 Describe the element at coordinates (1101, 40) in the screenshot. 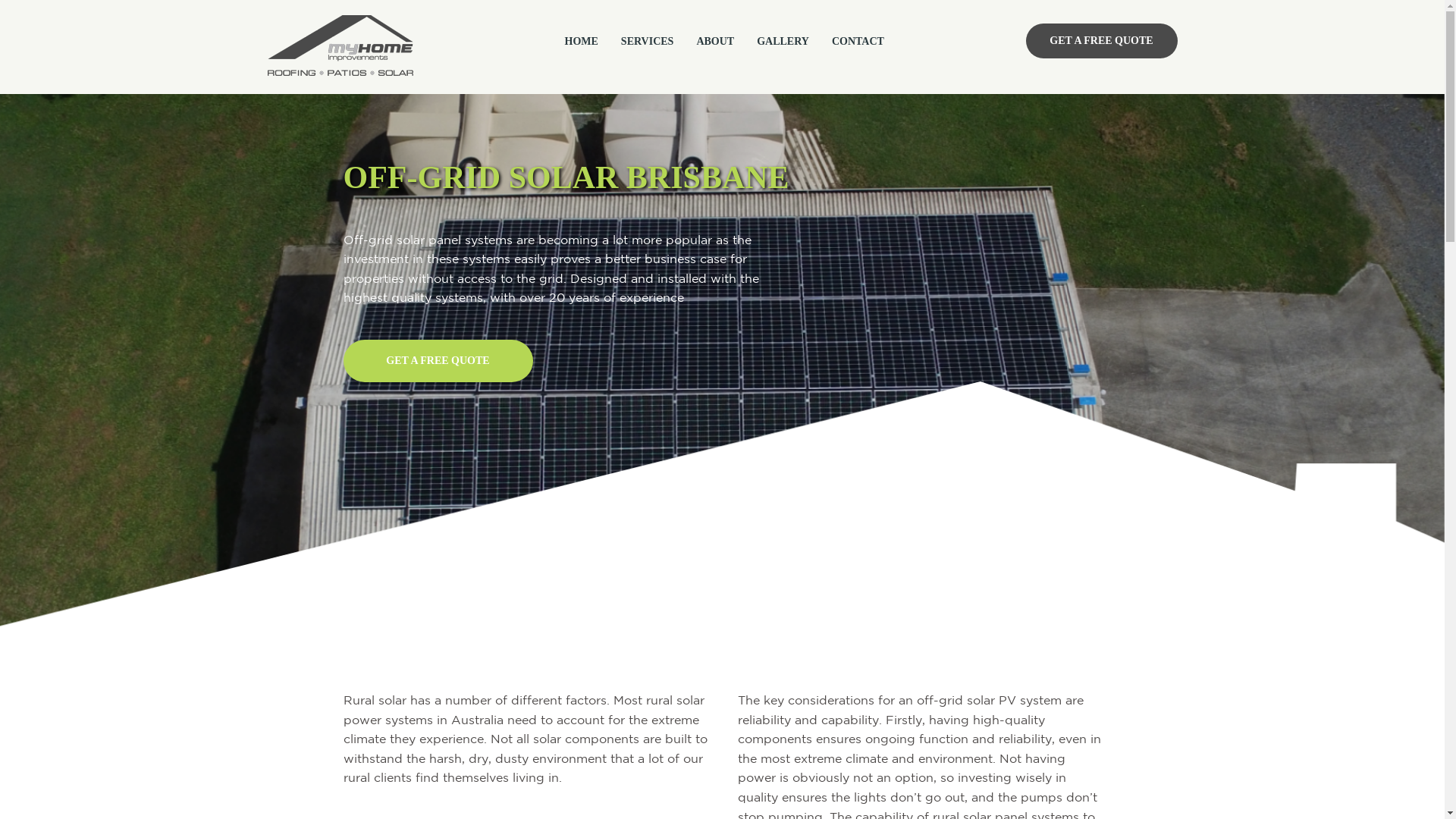

I see `'GET A FREE QUOTE'` at that location.